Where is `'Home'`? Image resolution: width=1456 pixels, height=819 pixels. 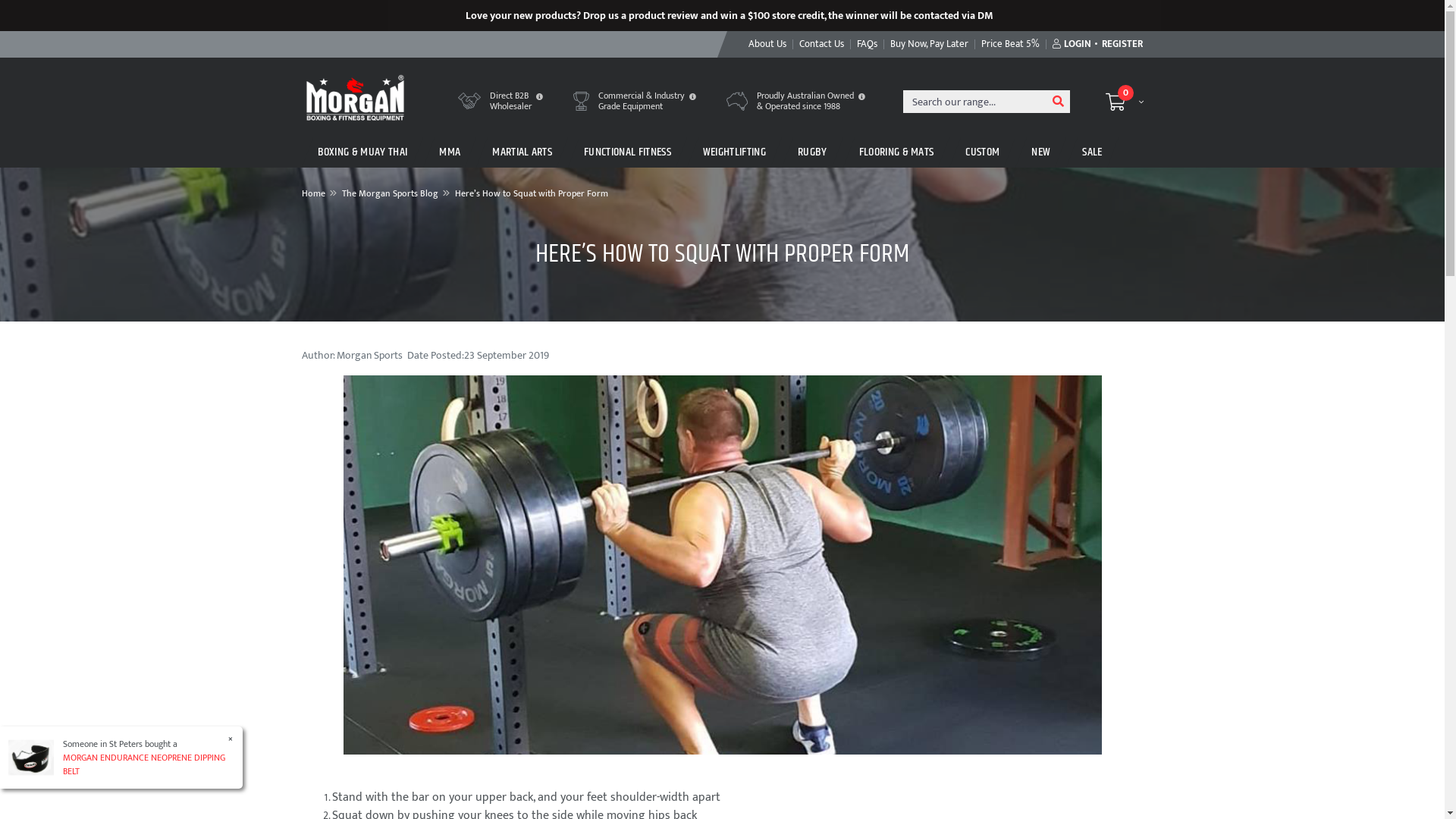
'Home' is located at coordinates (312, 192).